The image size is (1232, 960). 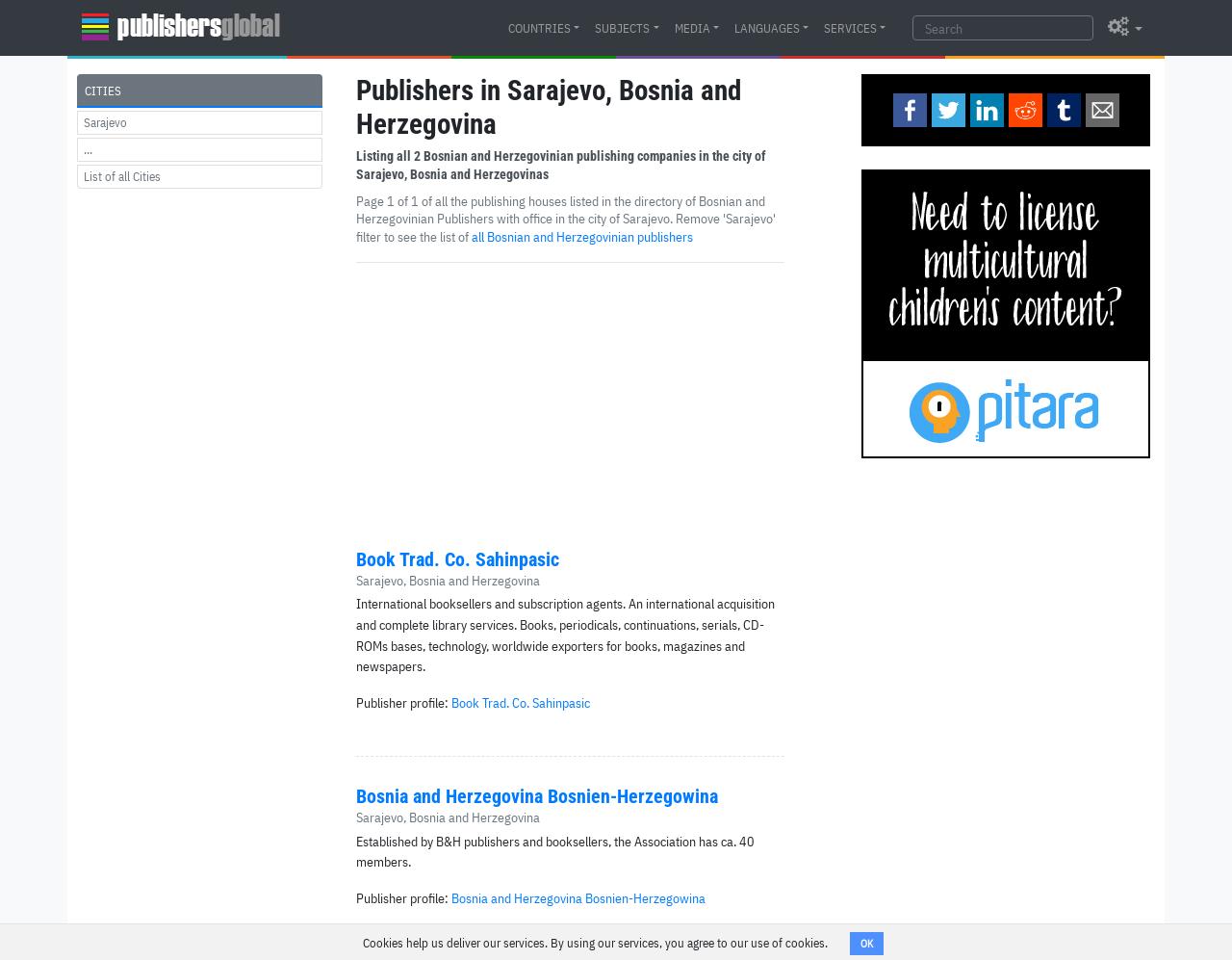 What do you see at coordinates (407, 155) in the screenshot?
I see `'all 2'` at bounding box center [407, 155].